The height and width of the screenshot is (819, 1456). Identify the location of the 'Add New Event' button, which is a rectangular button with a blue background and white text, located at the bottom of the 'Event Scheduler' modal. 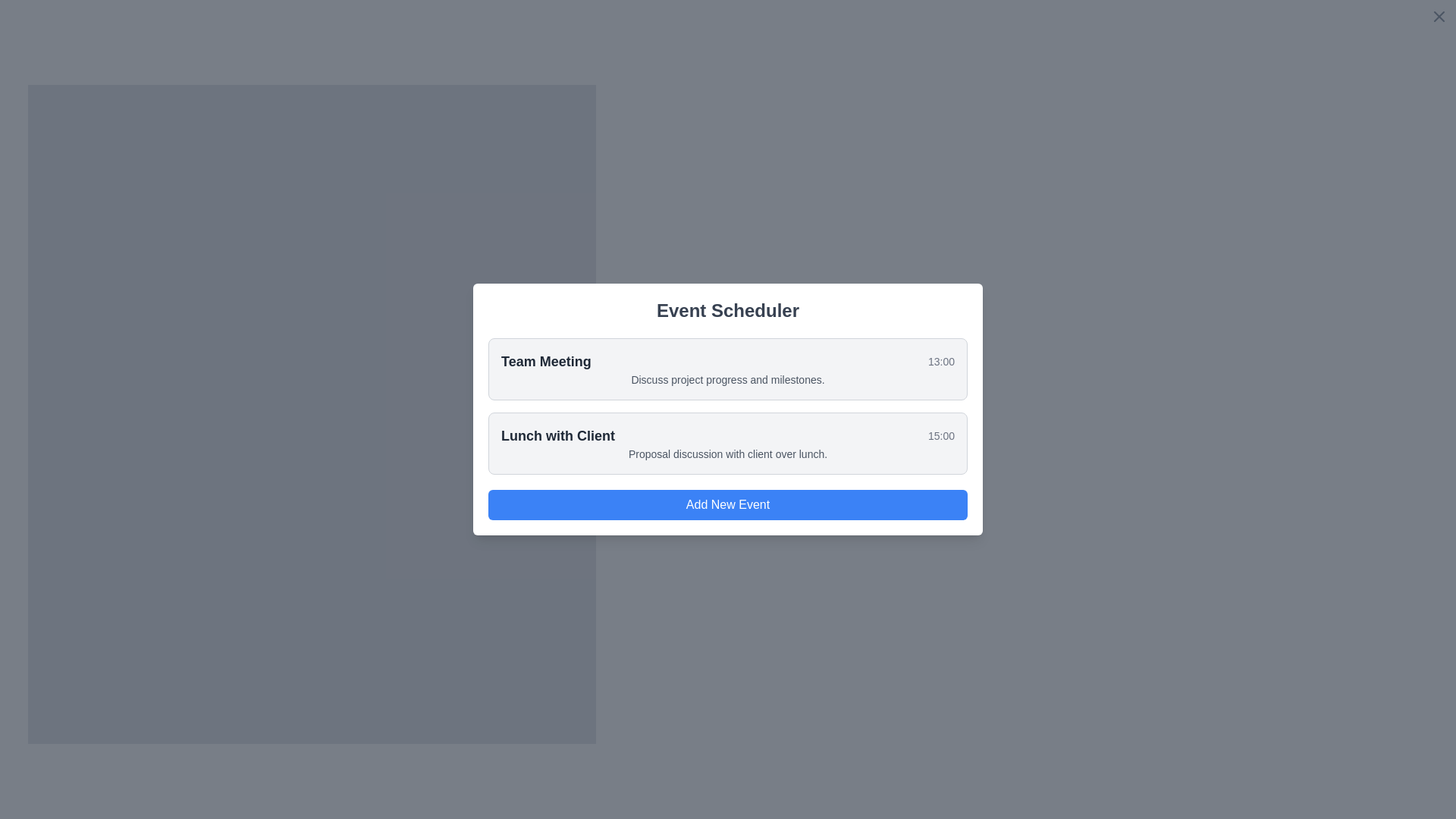
(728, 505).